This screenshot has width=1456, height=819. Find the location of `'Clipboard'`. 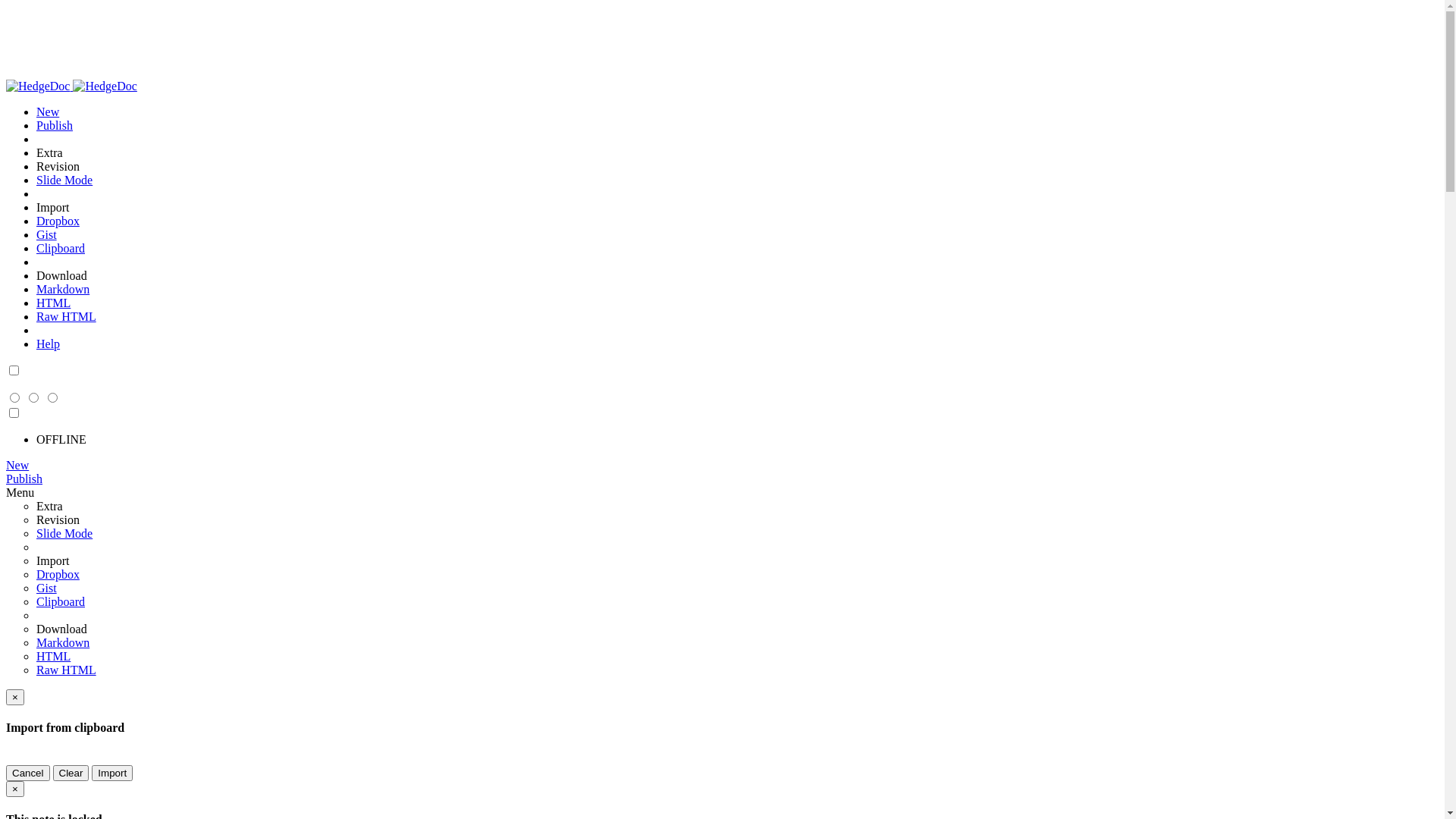

'Clipboard' is located at coordinates (61, 601).